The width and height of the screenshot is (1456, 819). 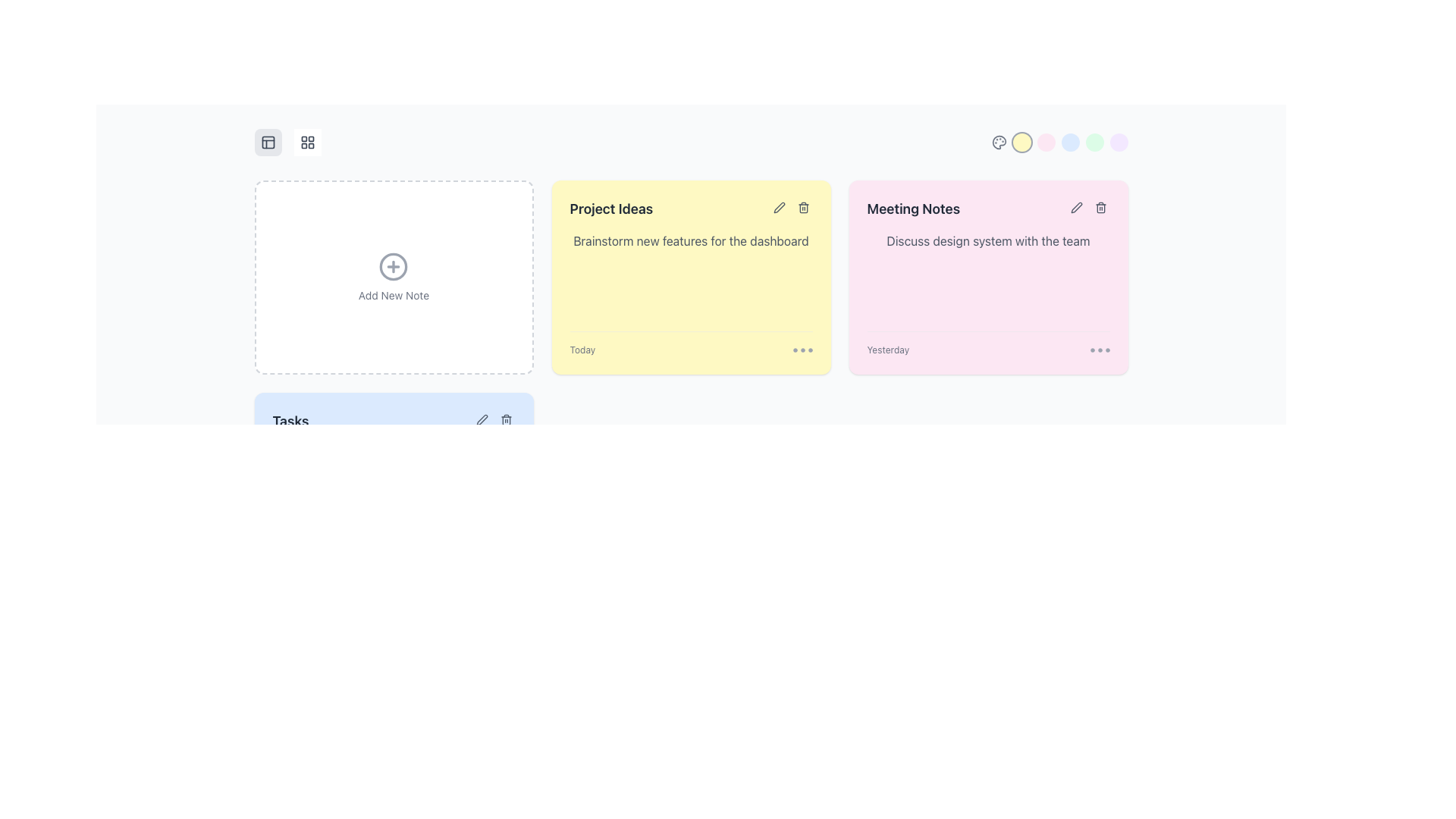 I want to click on the trashcan icon located in the top-right corner of the pink 'Meeting Notes' card, so click(x=1100, y=209).